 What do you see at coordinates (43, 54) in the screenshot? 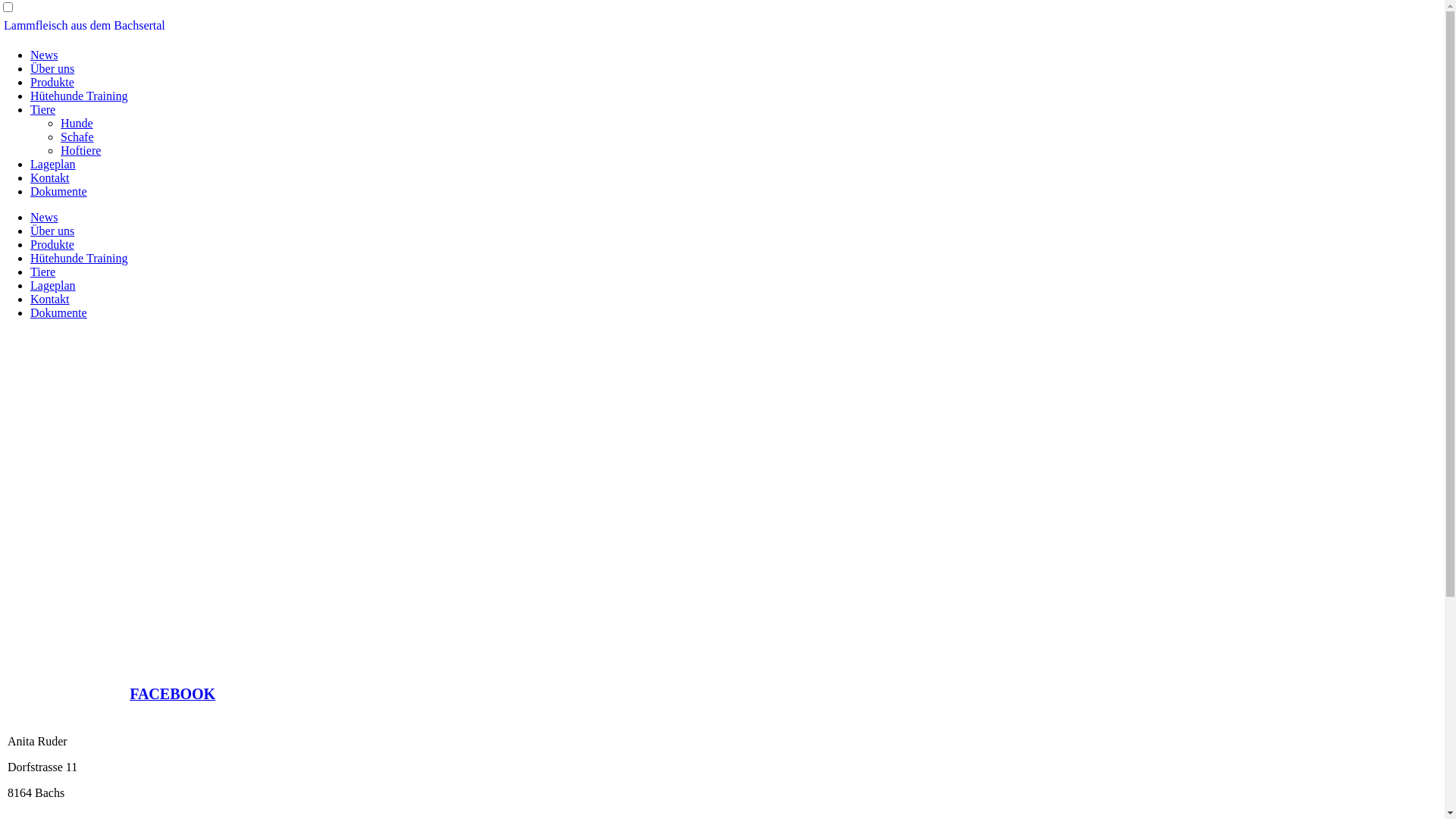
I see `'News'` at bounding box center [43, 54].